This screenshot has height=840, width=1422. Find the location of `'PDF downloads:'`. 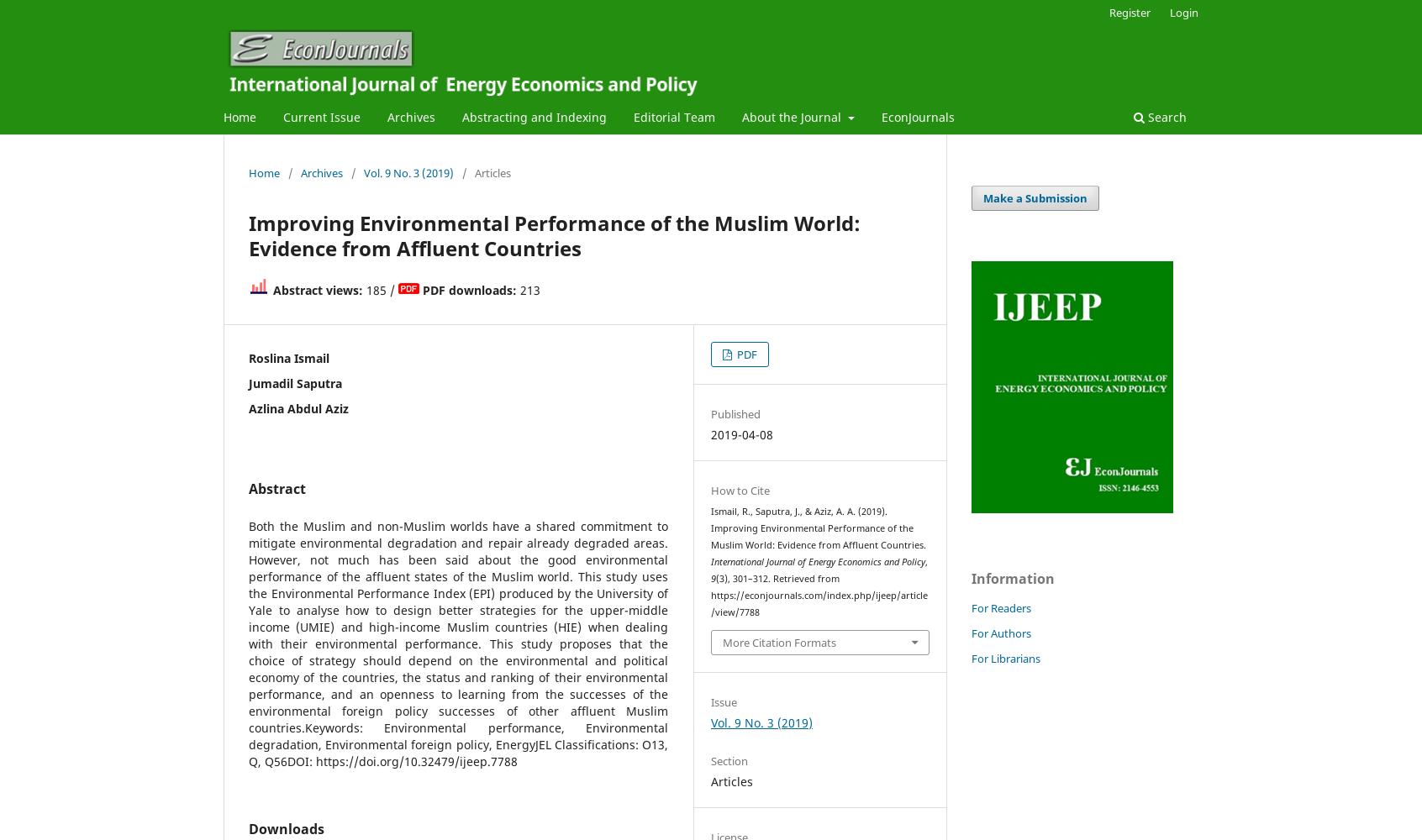

'PDF downloads:' is located at coordinates (470, 288).